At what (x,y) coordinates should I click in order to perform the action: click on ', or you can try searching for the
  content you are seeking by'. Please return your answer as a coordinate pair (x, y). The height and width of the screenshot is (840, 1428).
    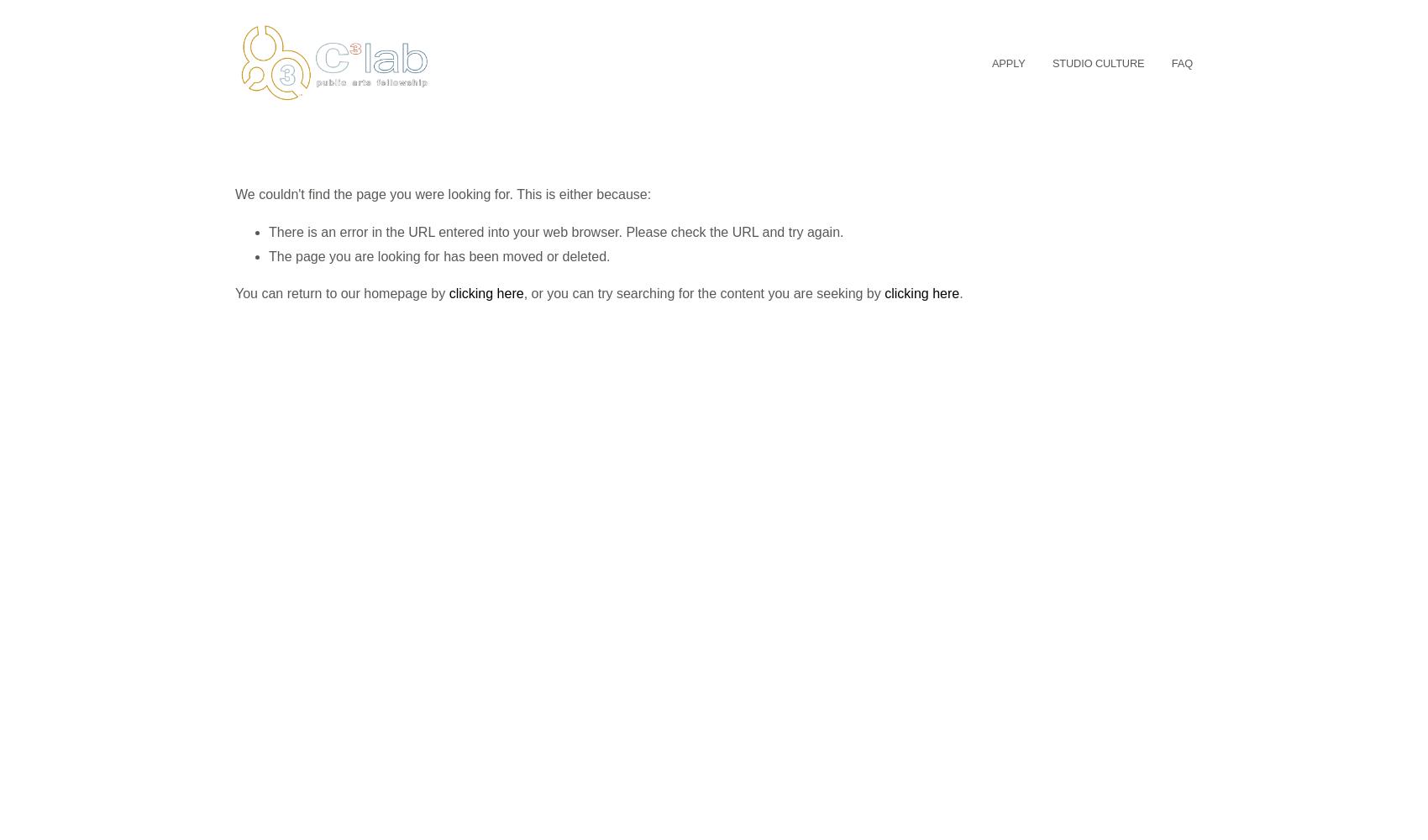
    Looking at the image, I should click on (702, 292).